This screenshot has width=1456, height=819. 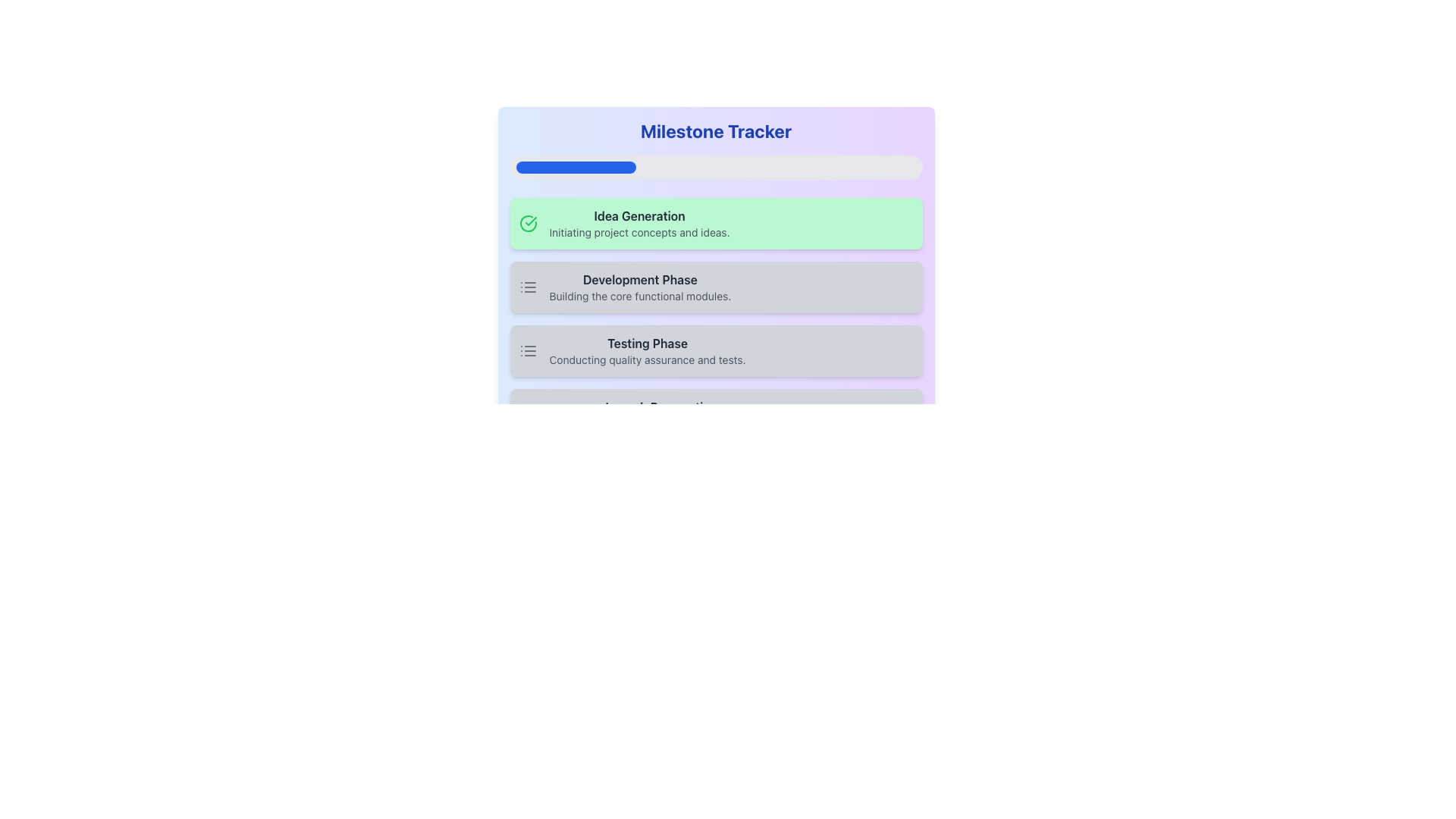 I want to click on the status indication by interacting with the checkmark icon located in the green-highlighted 'Idea Generation' task card, so click(x=531, y=221).